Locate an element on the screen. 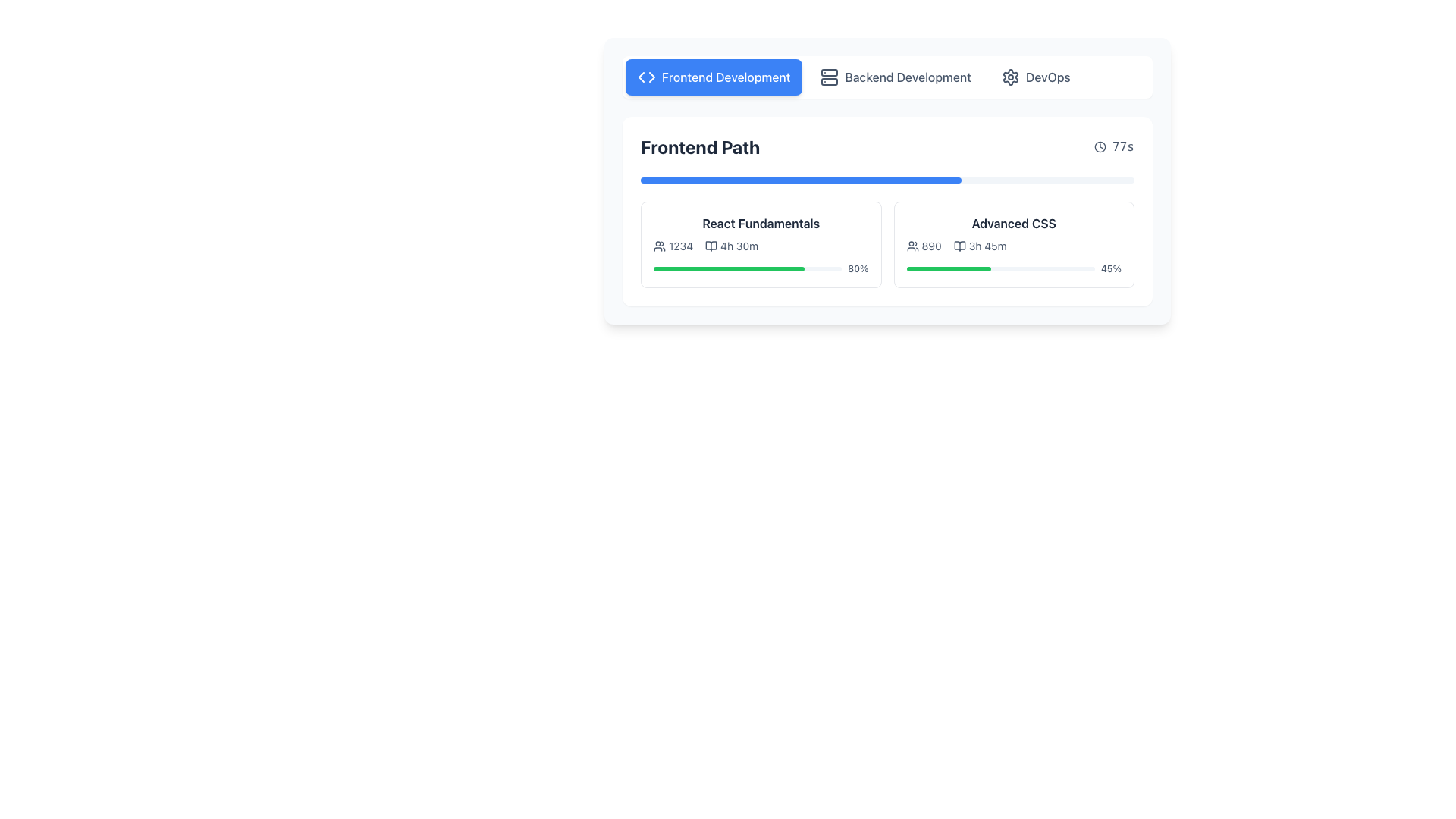 The height and width of the screenshot is (819, 1456). the Interactive Card in the top row, left column that summarizes course details, located to the left of the 'Advanced CSS' card is located at coordinates (761, 244).